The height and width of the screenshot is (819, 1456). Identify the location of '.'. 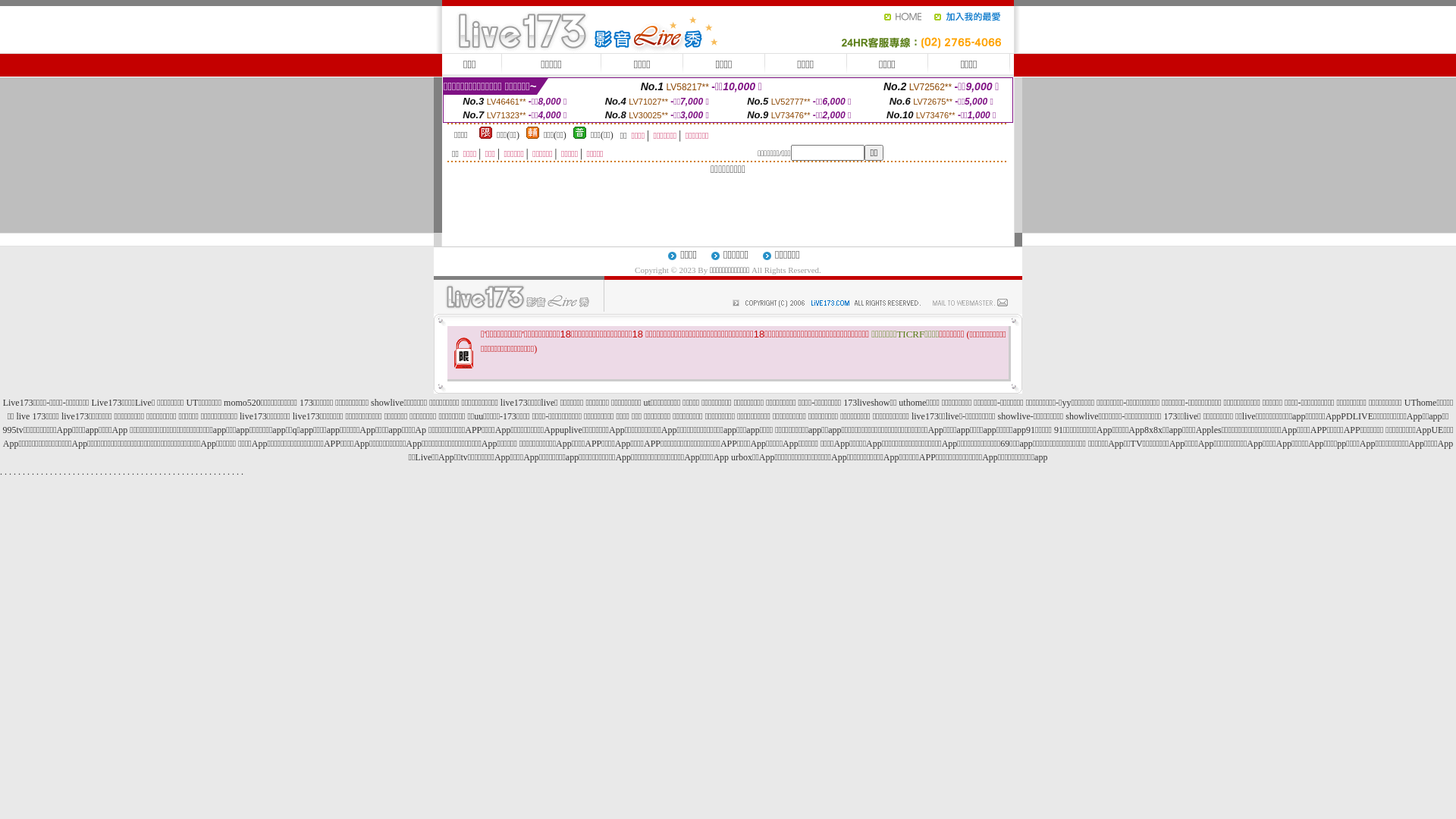
(240, 470).